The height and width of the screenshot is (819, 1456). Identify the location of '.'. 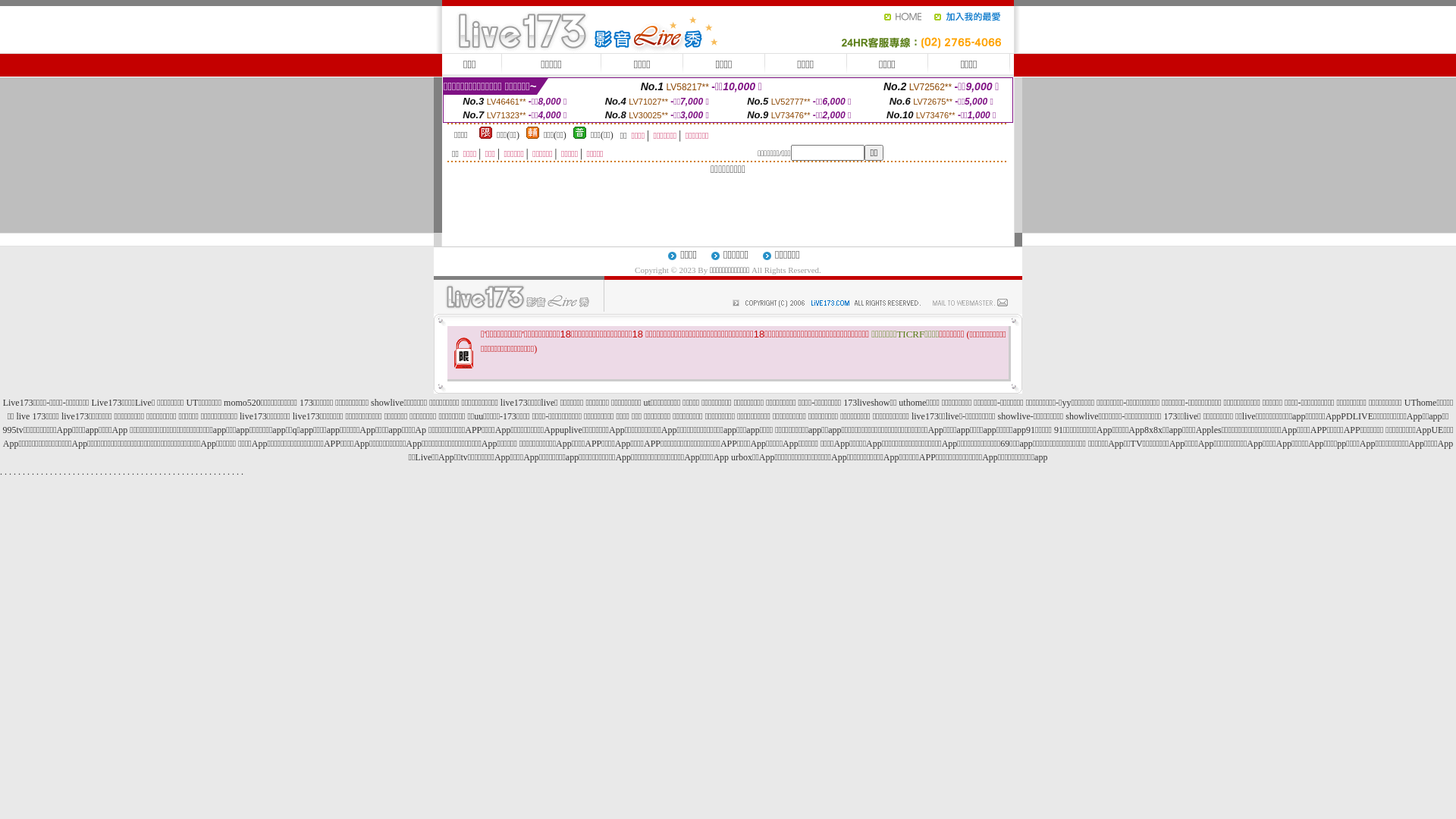
(240, 470).